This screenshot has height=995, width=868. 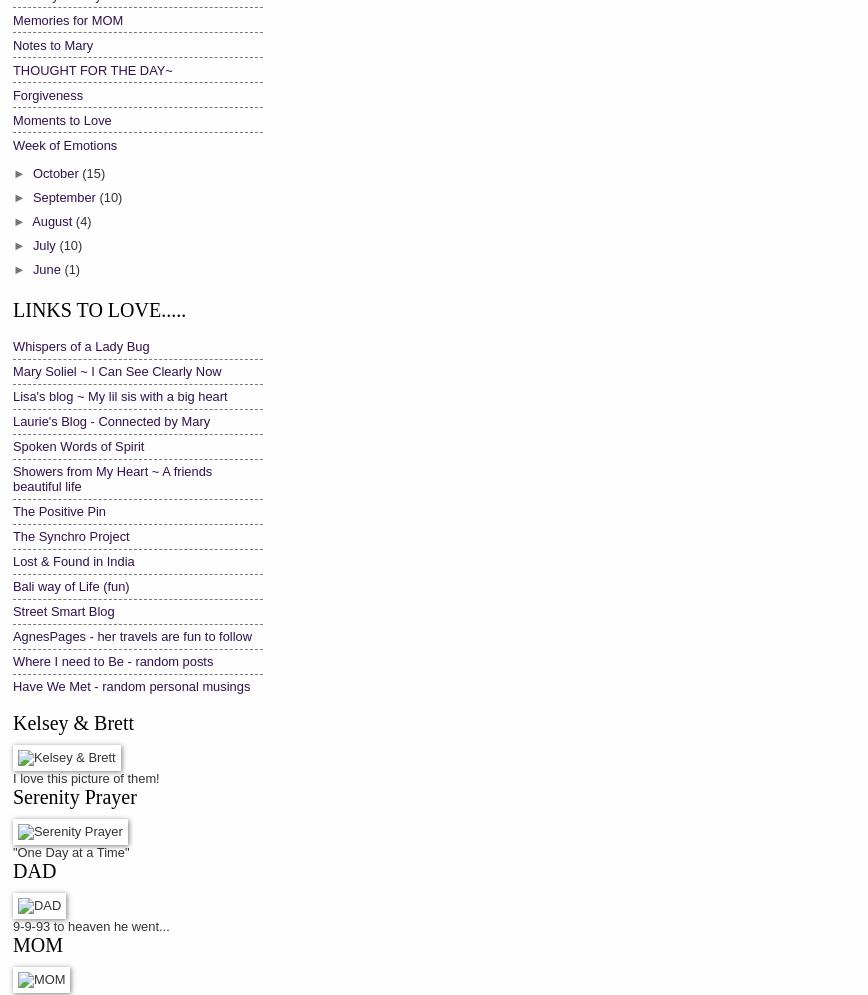 I want to click on 'DAD', so click(x=34, y=870).